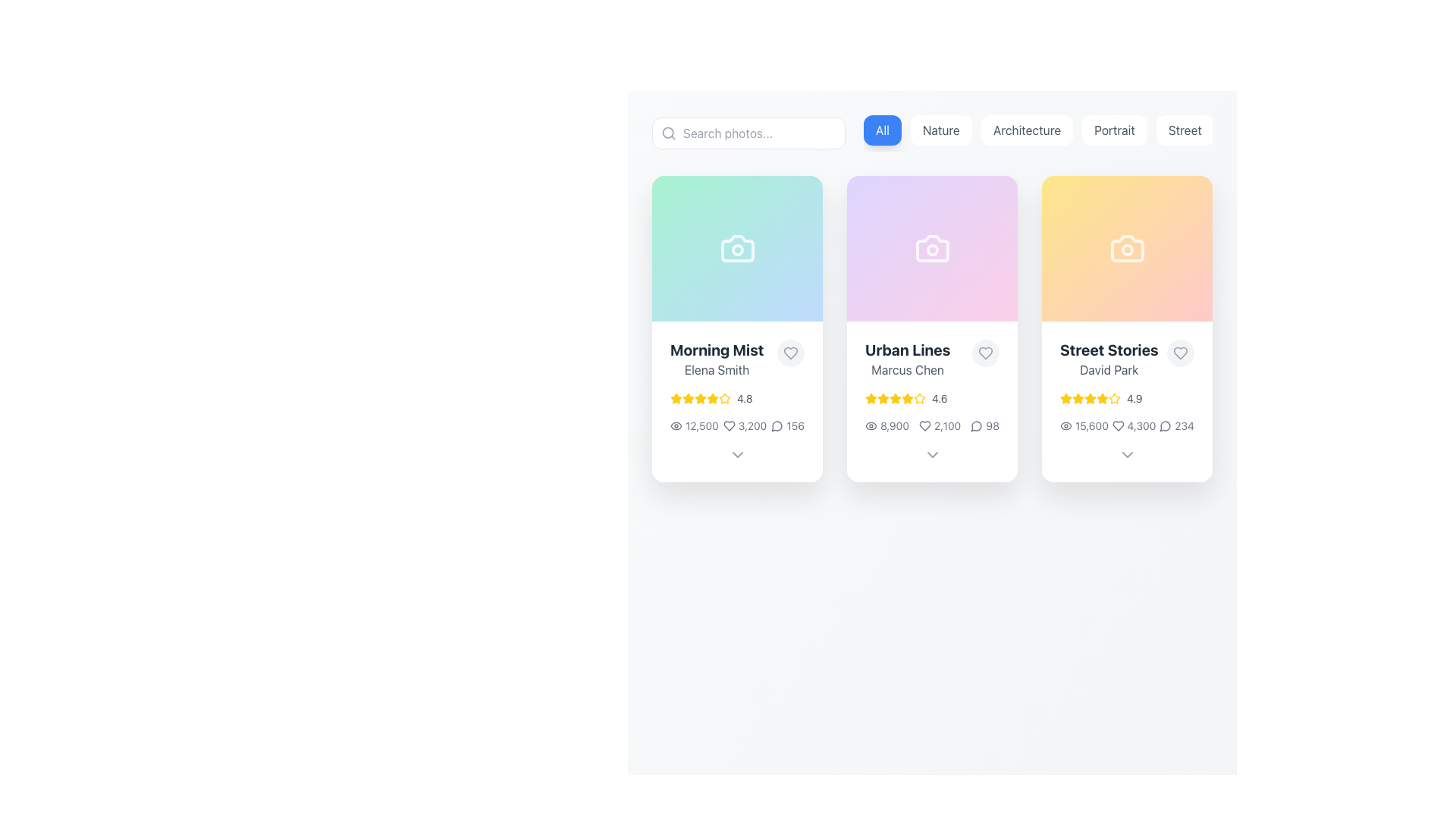 Image resolution: width=1456 pixels, height=819 pixels. Describe the element at coordinates (1118, 426) in the screenshot. I see `the favorite icon located at the top-right corner of the 'Street Stories, David Park' card` at that location.